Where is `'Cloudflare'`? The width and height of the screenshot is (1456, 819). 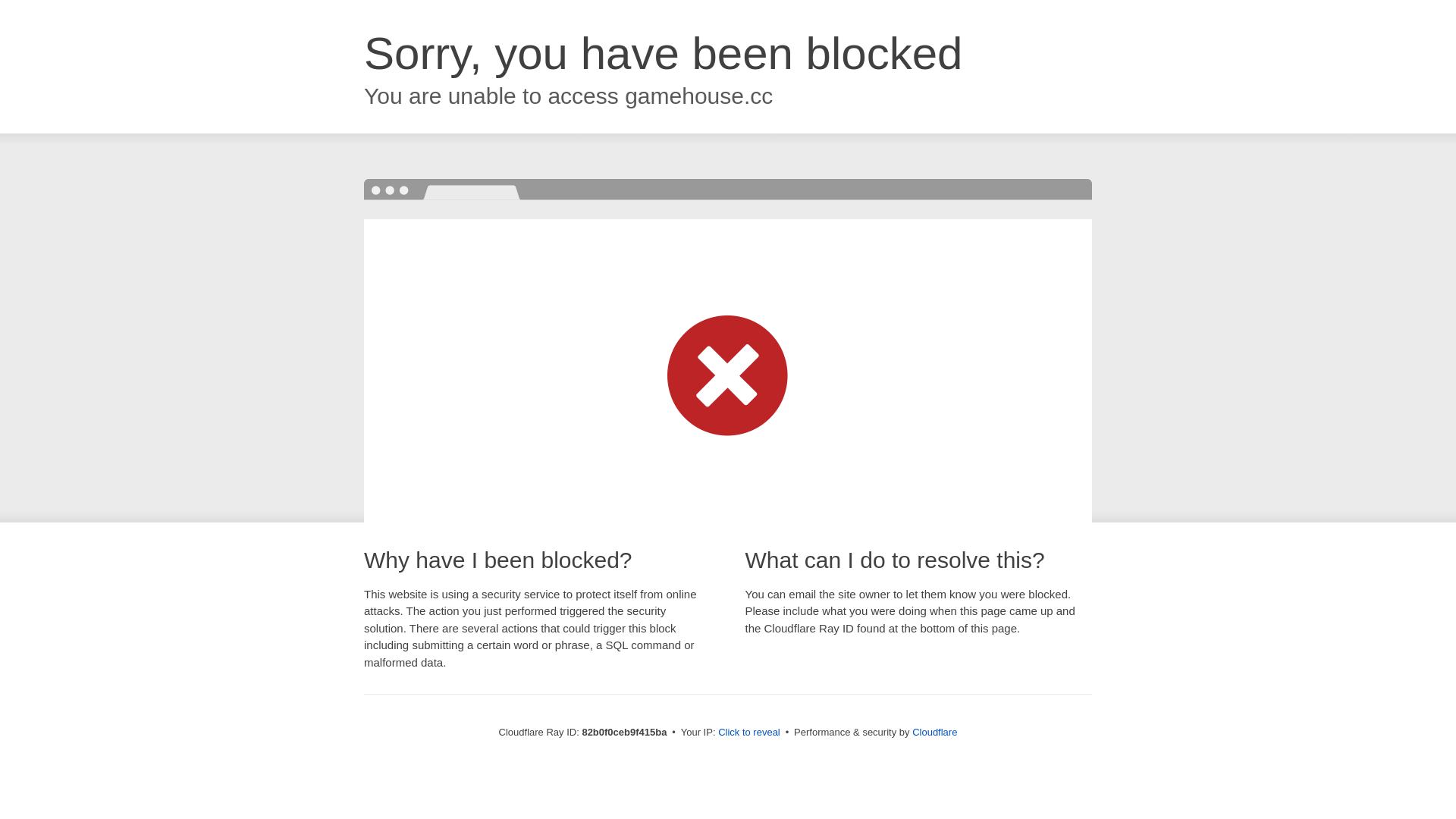 'Cloudflare' is located at coordinates (934, 731).